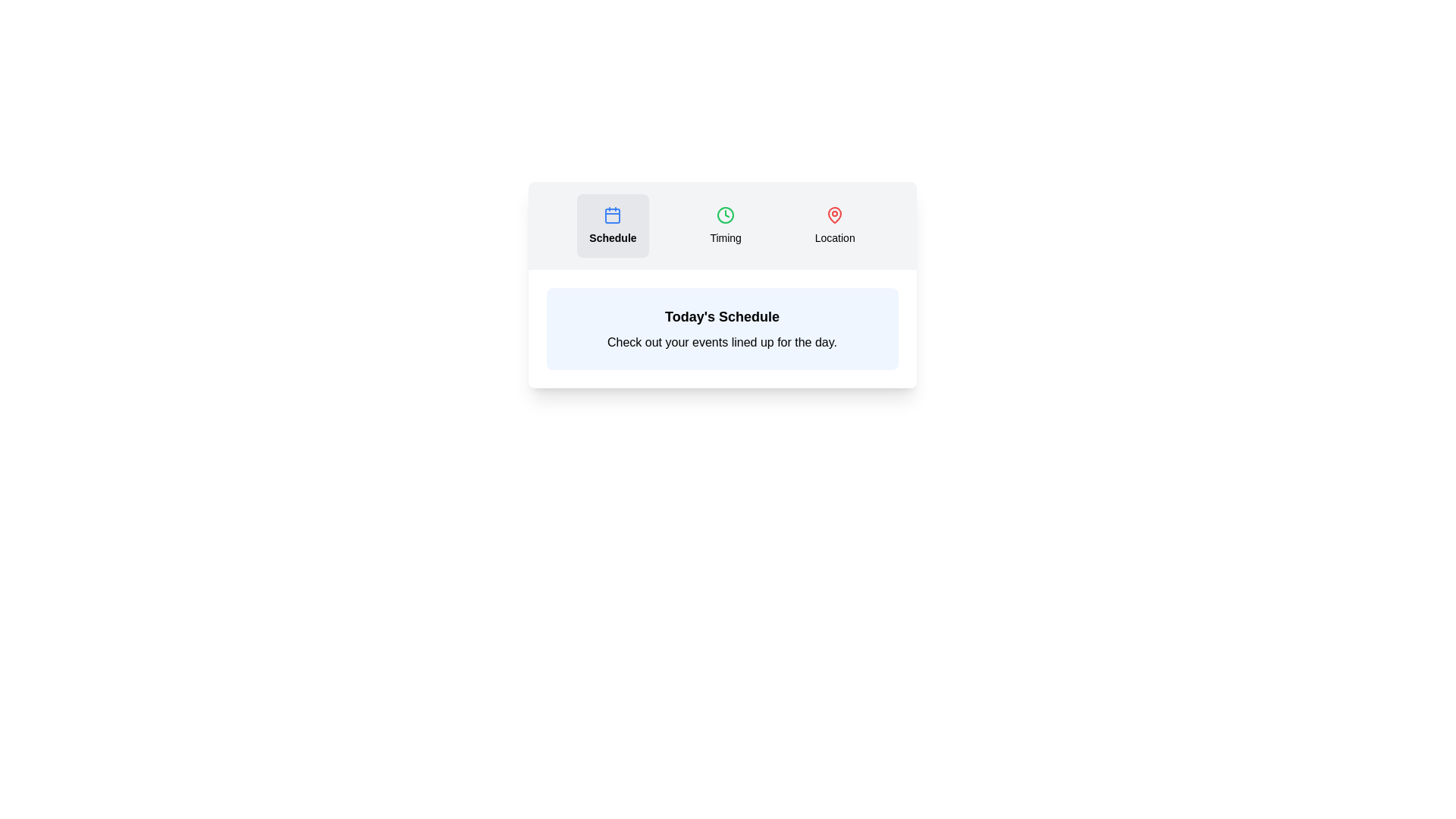 The image size is (1456, 819). What do you see at coordinates (725, 225) in the screenshot?
I see `the tab labeled Timing` at bounding box center [725, 225].